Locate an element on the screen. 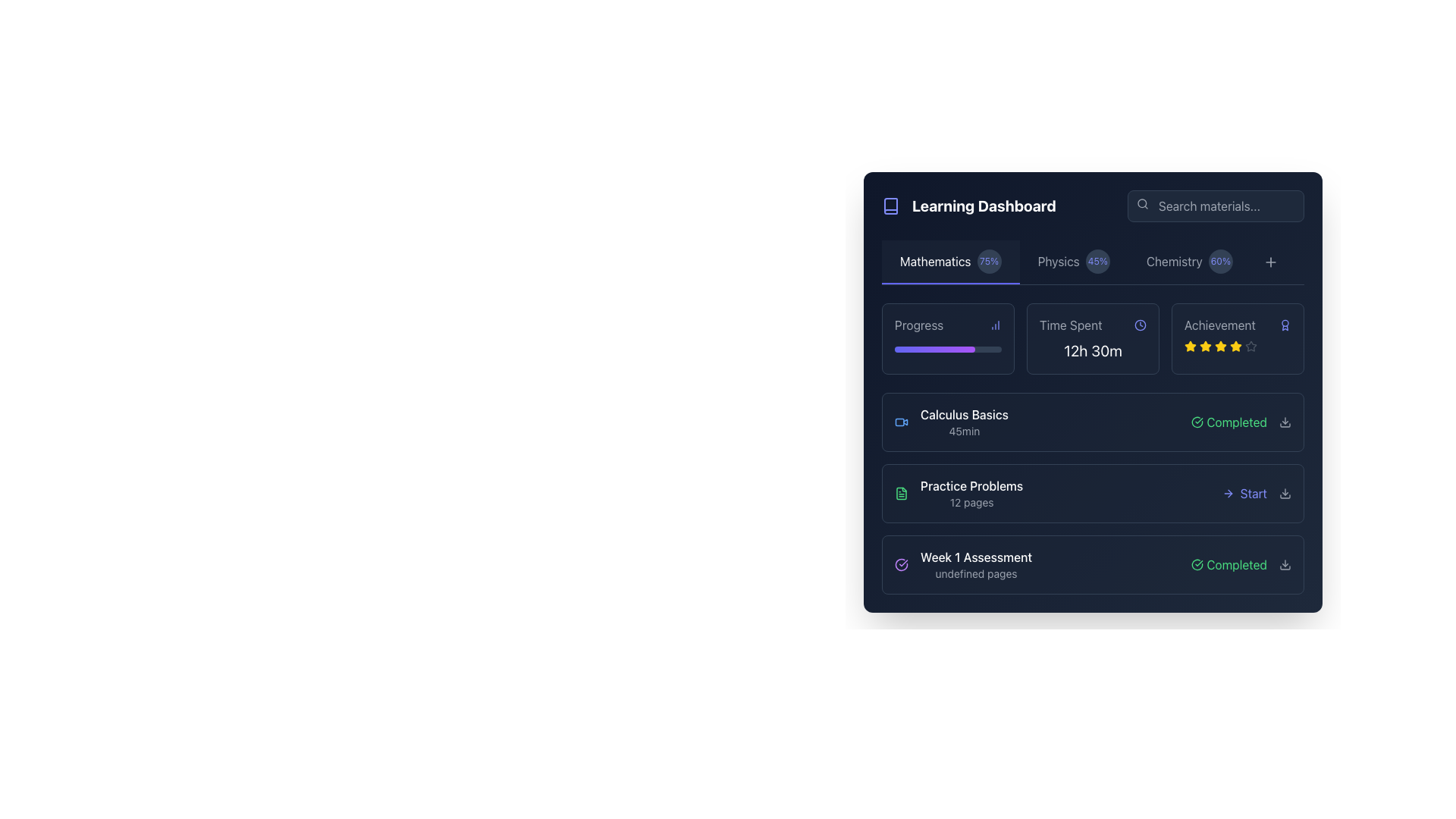 Image resolution: width=1456 pixels, height=819 pixels. text label displaying 'undefined pages', which is positioned directly below the 'Week 1 Assessment' heading in small gray font is located at coordinates (976, 573).